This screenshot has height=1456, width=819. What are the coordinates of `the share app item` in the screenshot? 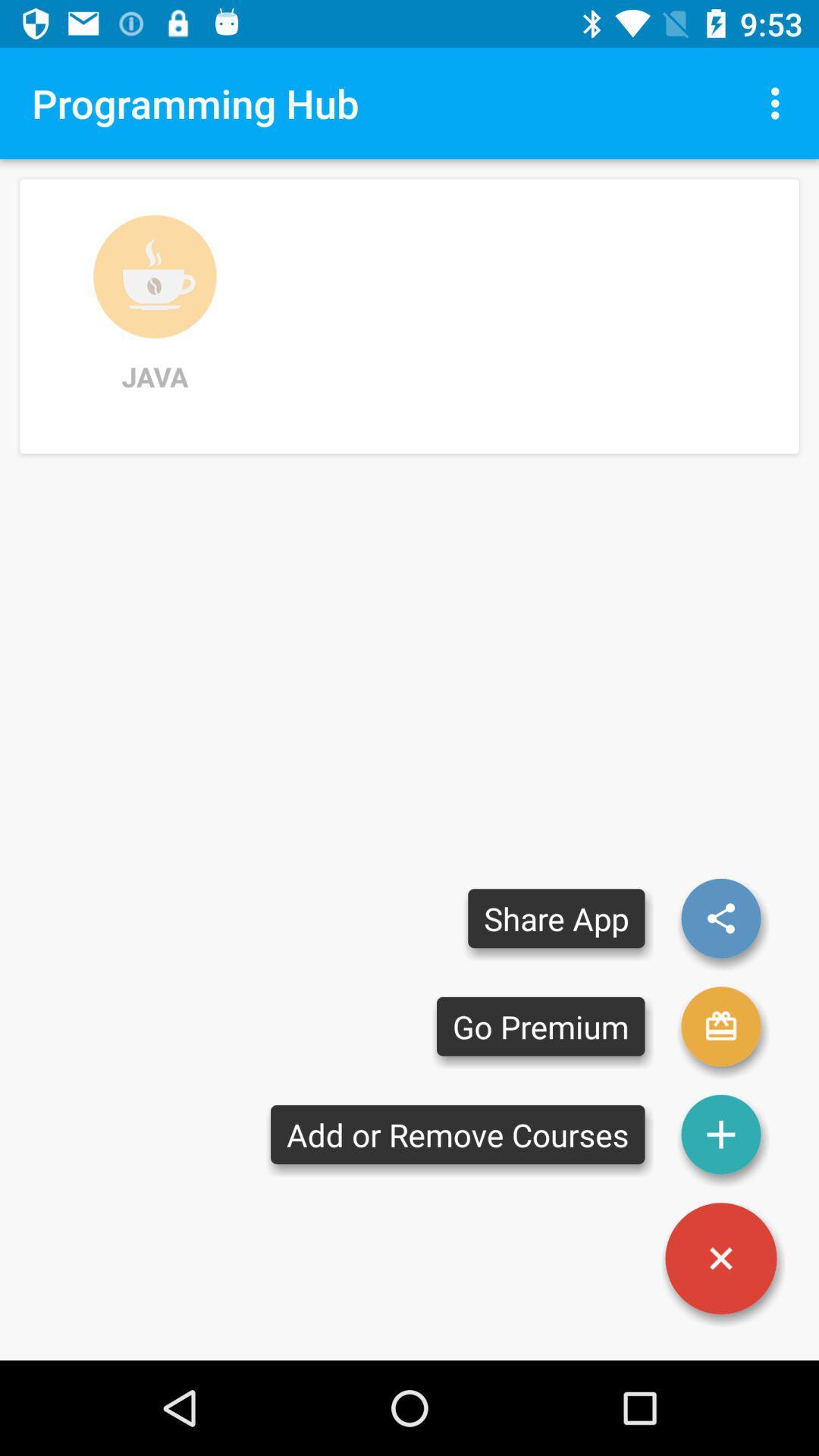 It's located at (556, 918).